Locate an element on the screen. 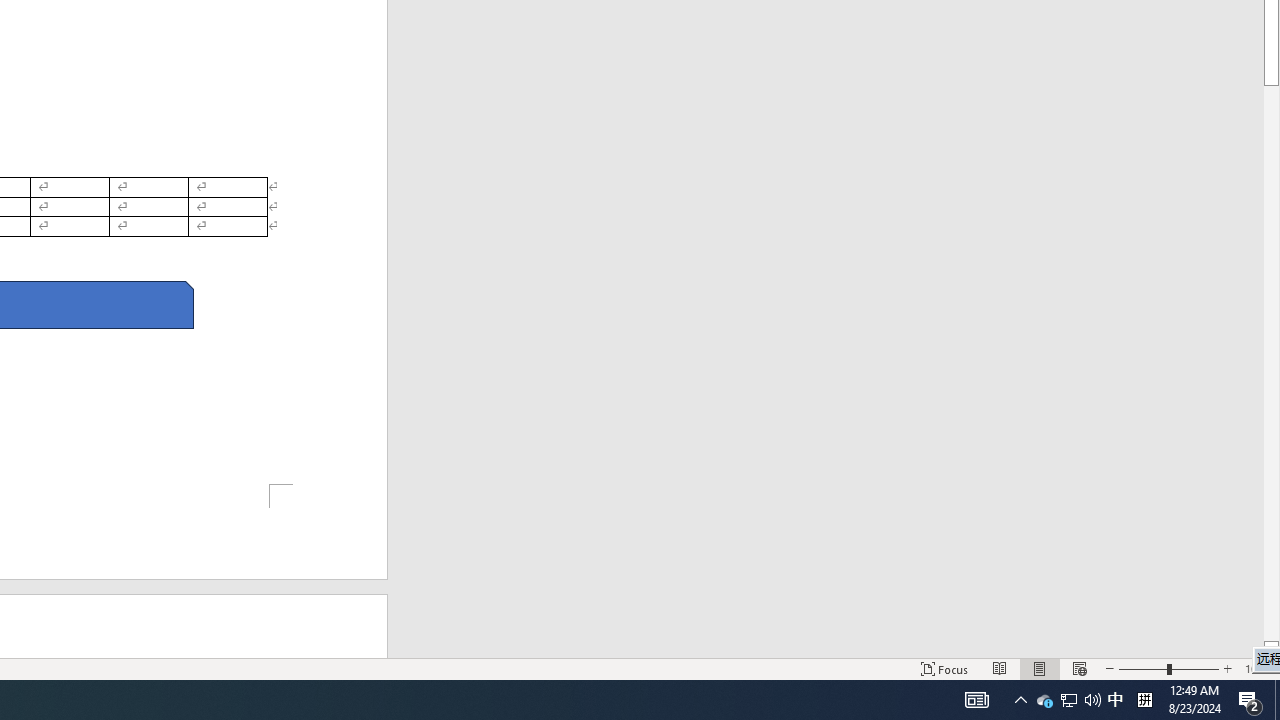 The image size is (1280, 720). 'Page down' is located at coordinates (1270, 363).